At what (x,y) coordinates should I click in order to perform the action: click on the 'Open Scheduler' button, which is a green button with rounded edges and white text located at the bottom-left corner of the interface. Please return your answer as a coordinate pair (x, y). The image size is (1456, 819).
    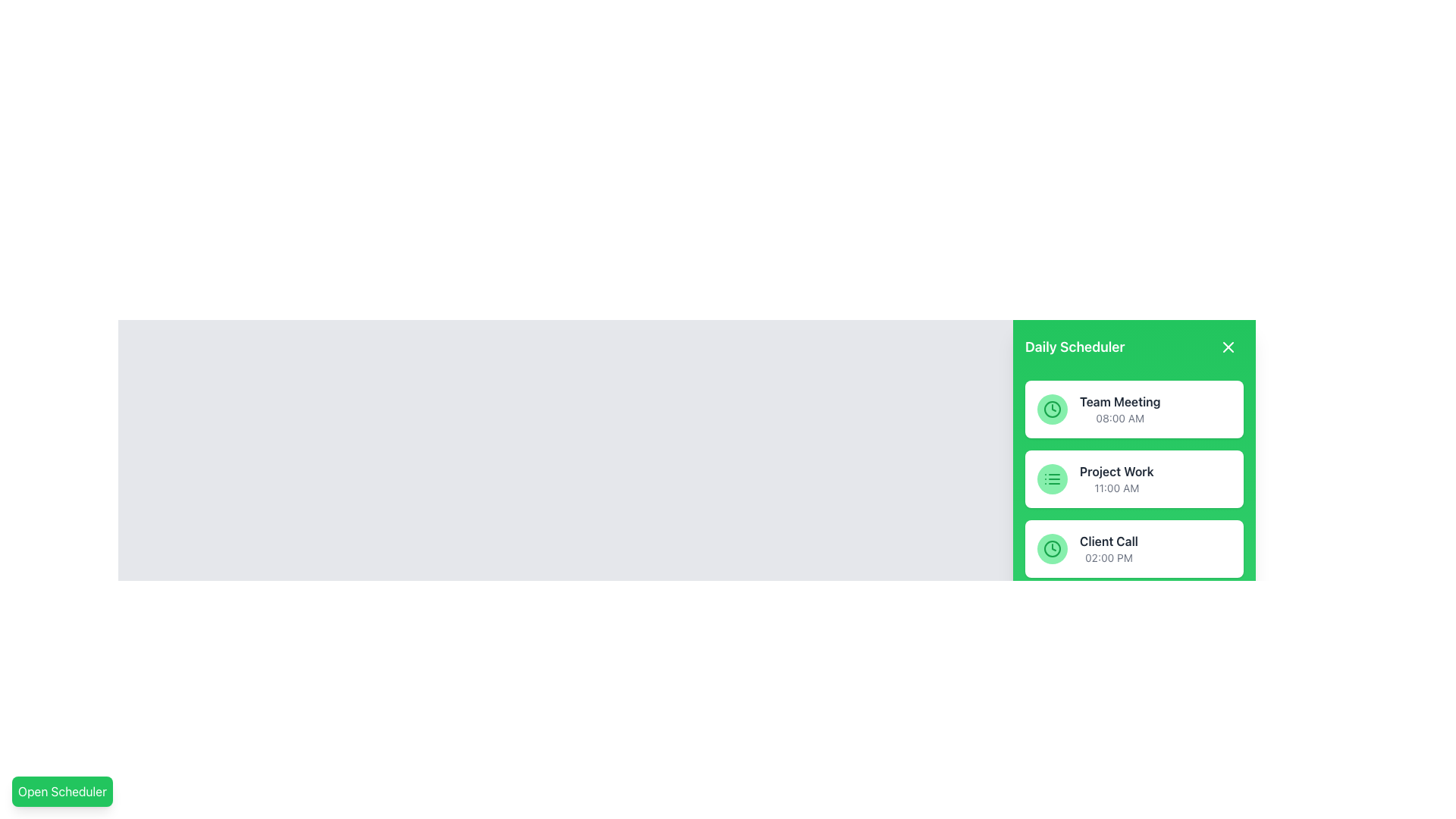
    Looking at the image, I should click on (61, 791).